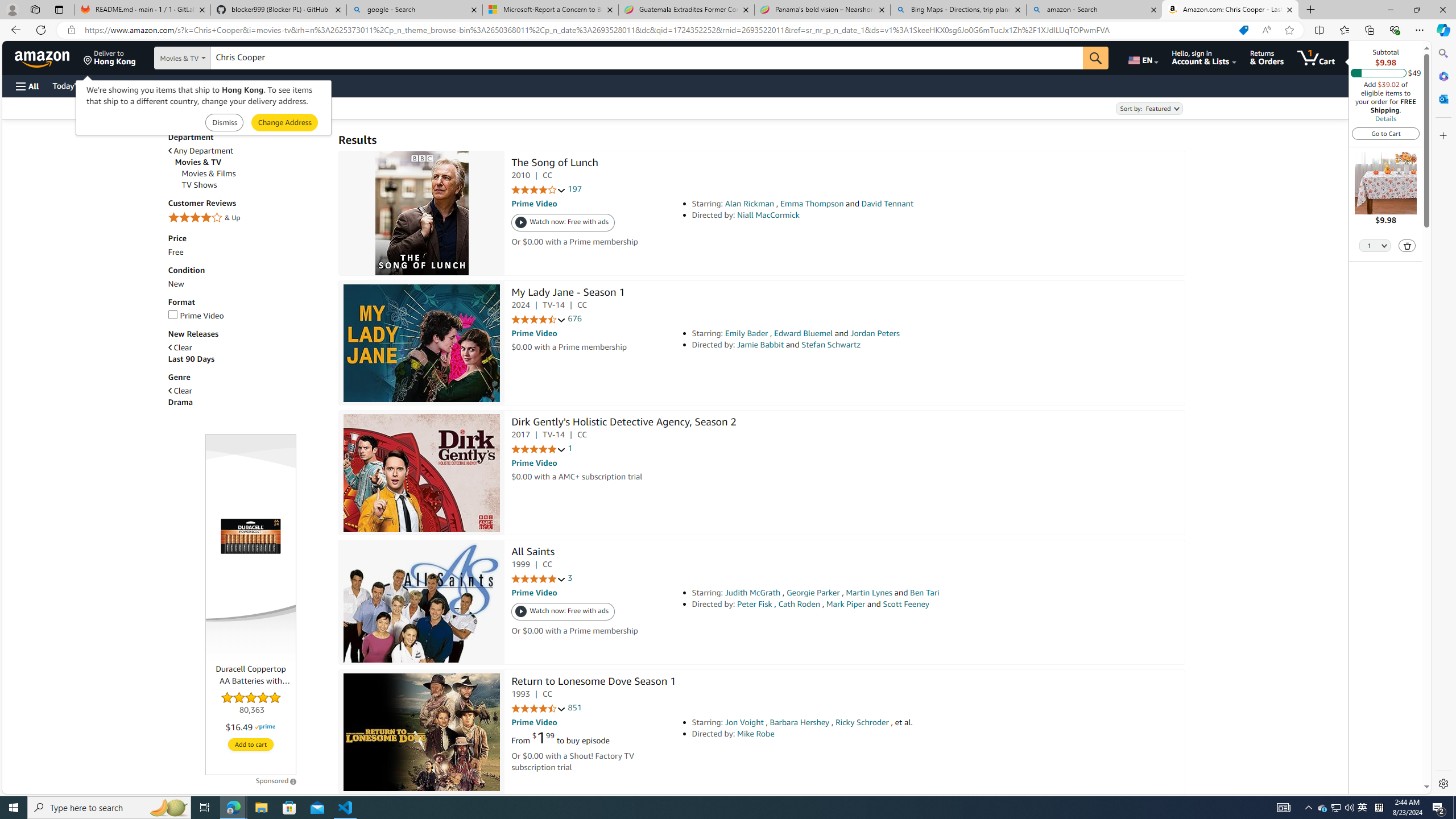  Describe the element at coordinates (812, 592) in the screenshot. I see `'Georgie Parker'` at that location.